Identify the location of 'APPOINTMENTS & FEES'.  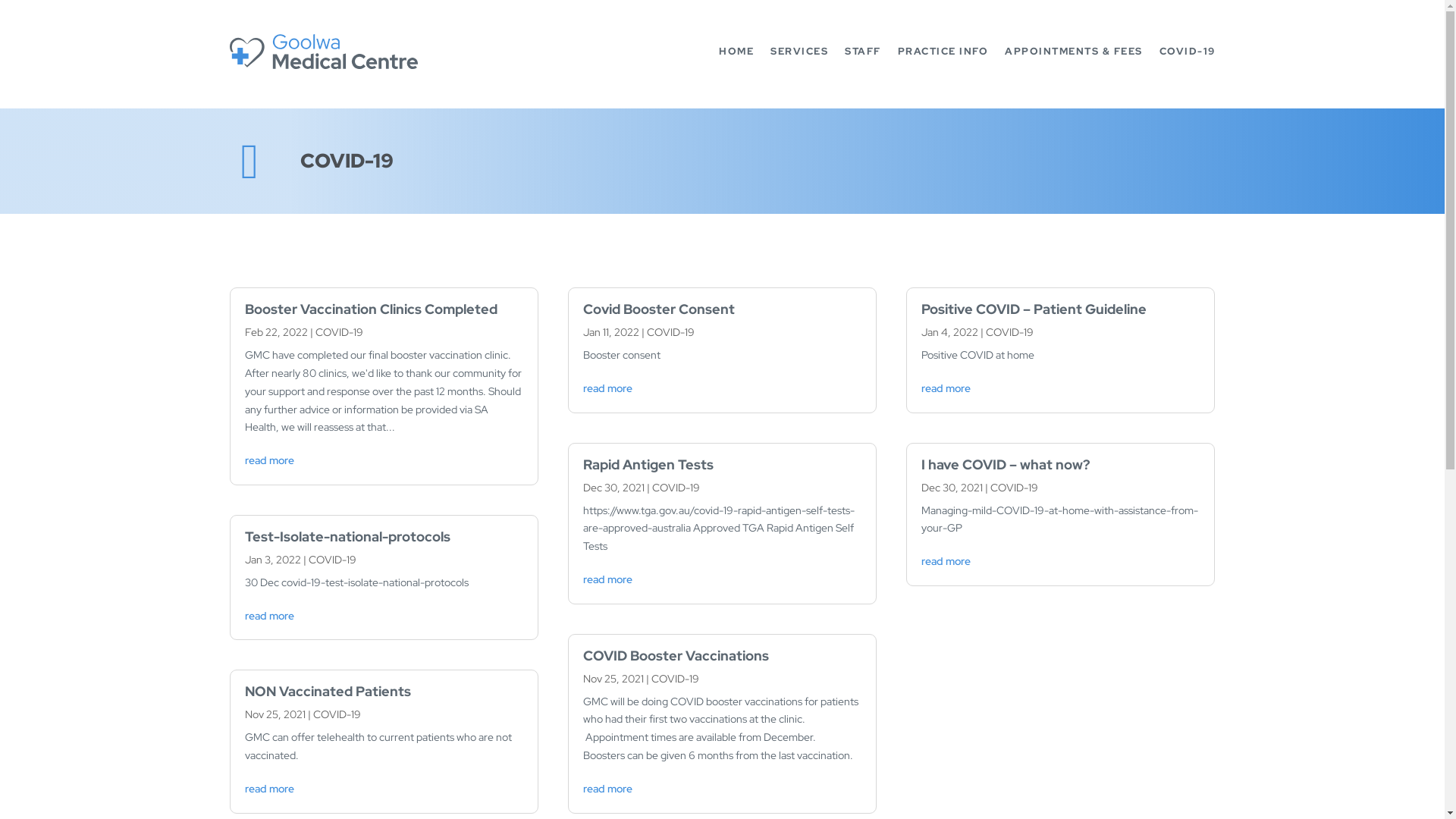
(1073, 51).